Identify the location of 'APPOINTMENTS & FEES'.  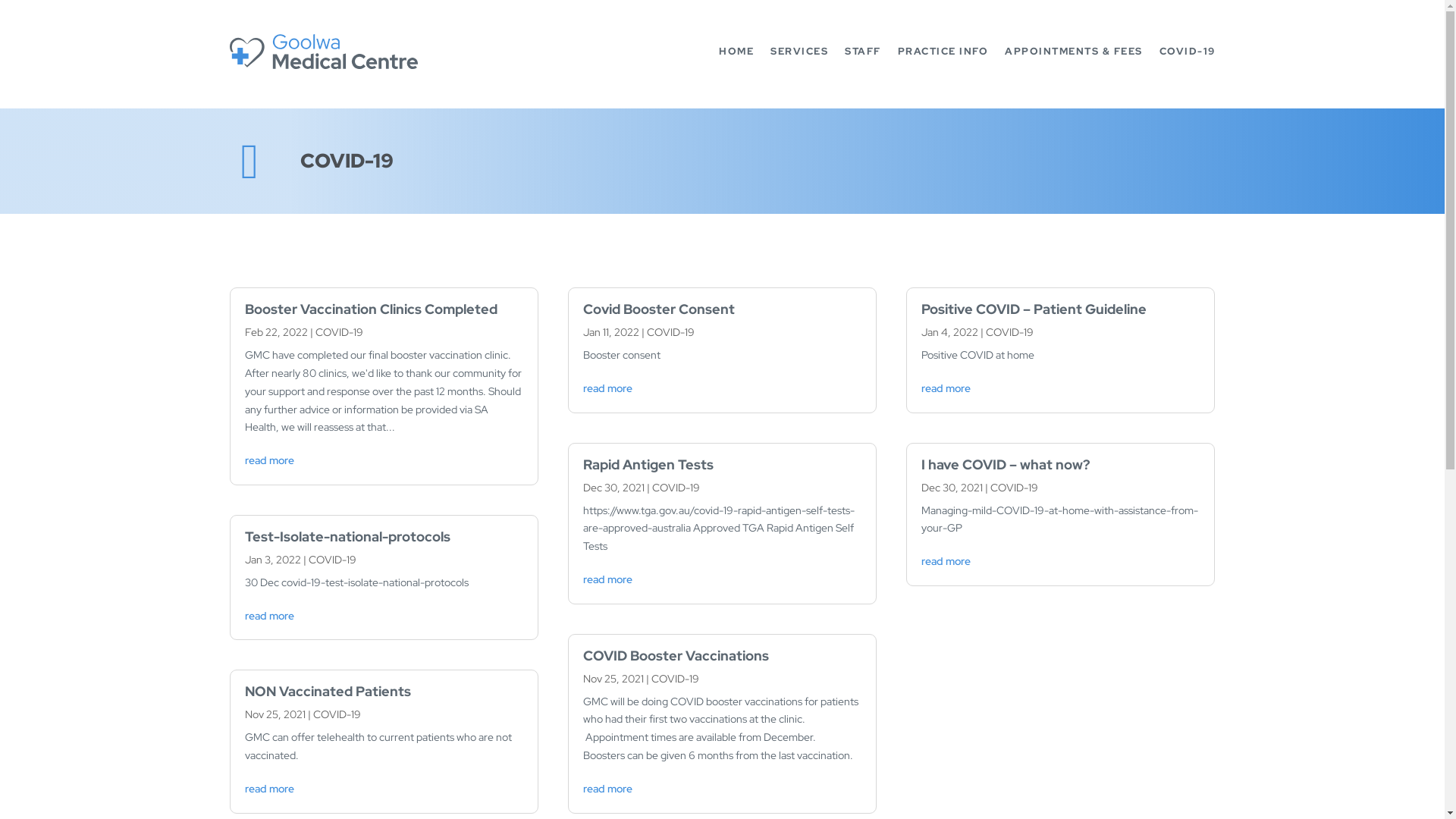
(1073, 51).